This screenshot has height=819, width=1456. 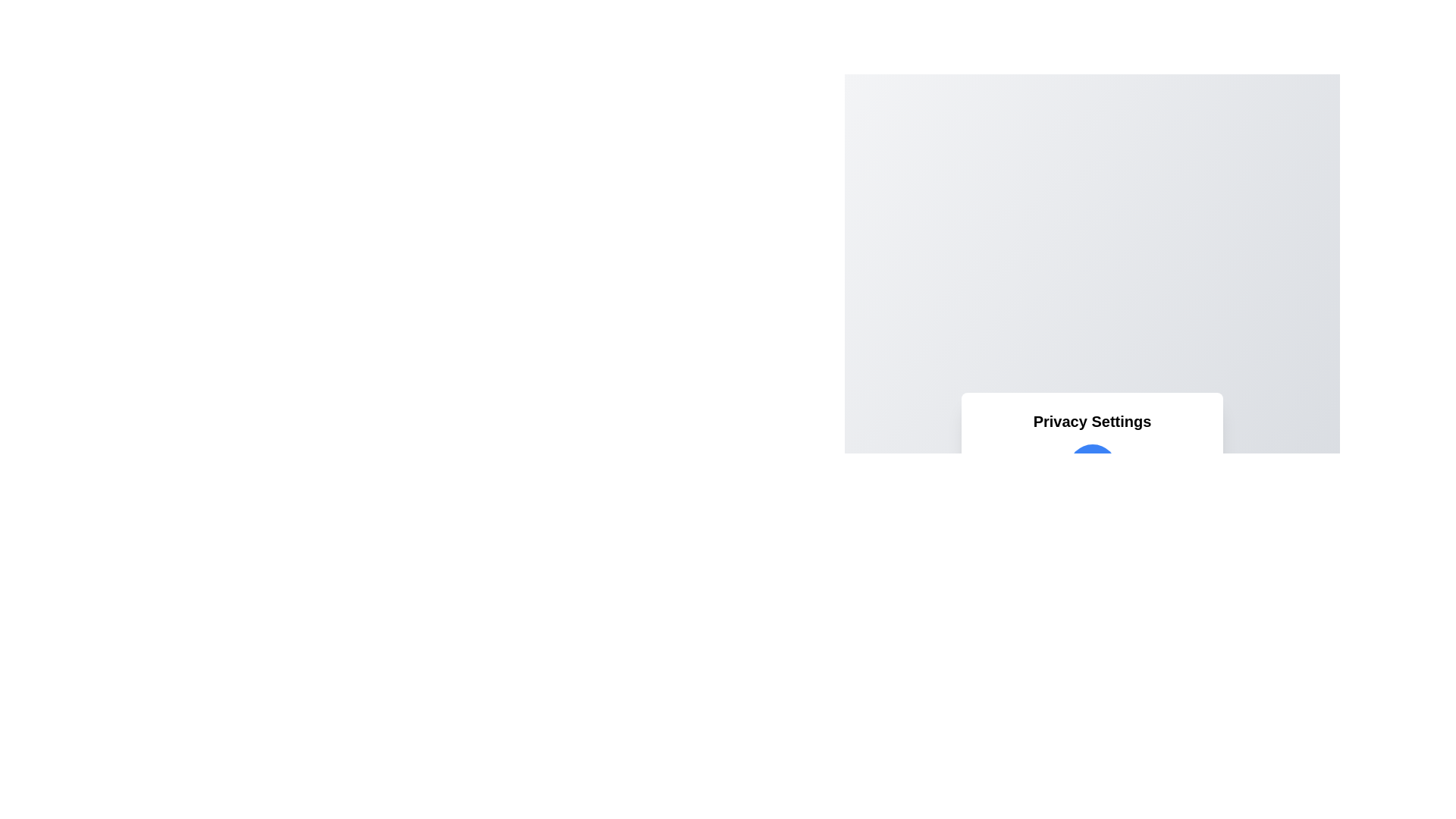 I want to click on the circular icon to observe hover effects, so click(x=1092, y=467).